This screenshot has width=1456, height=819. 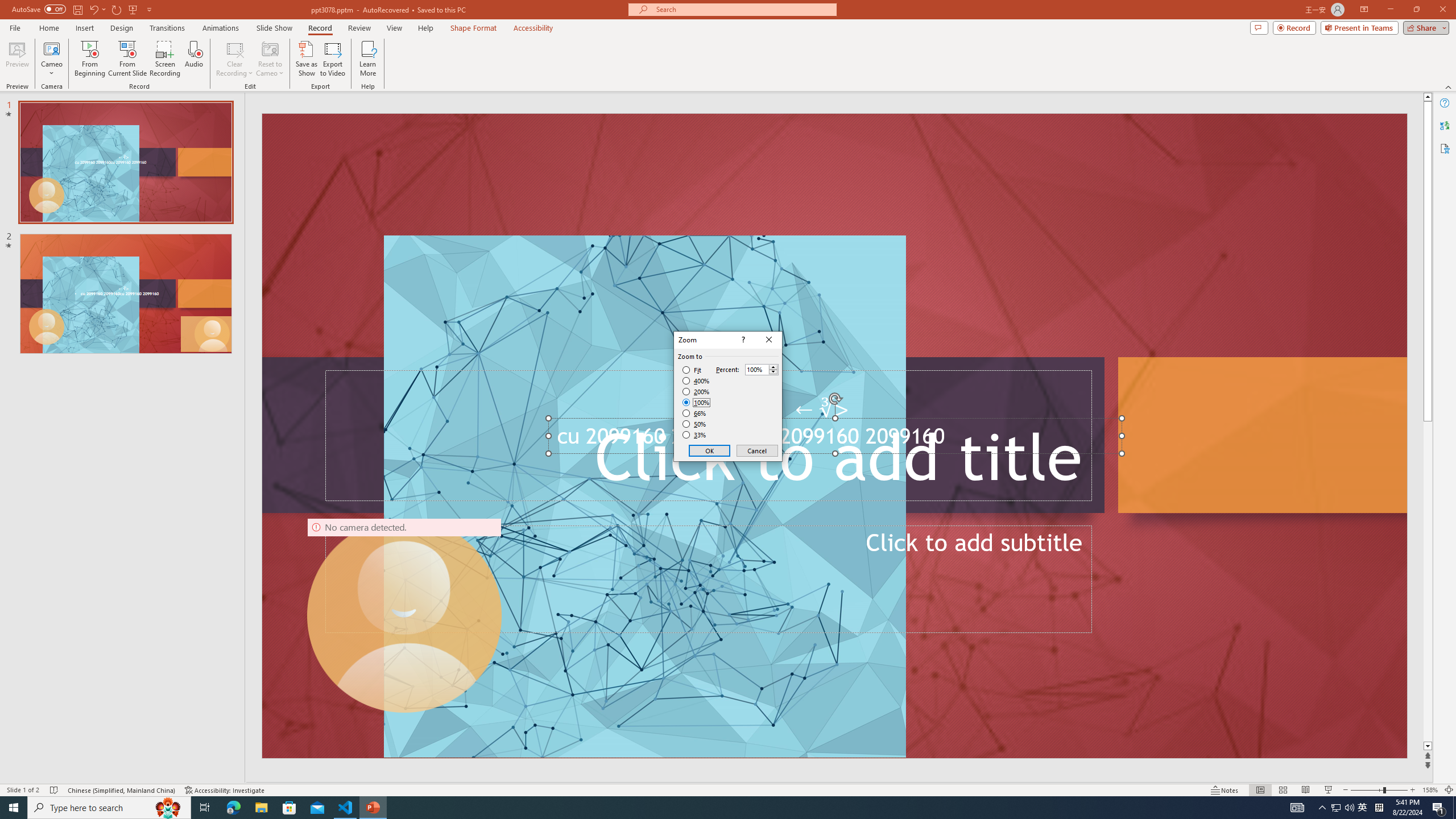 I want to click on 'TextBox 7', so click(x=822, y=409).